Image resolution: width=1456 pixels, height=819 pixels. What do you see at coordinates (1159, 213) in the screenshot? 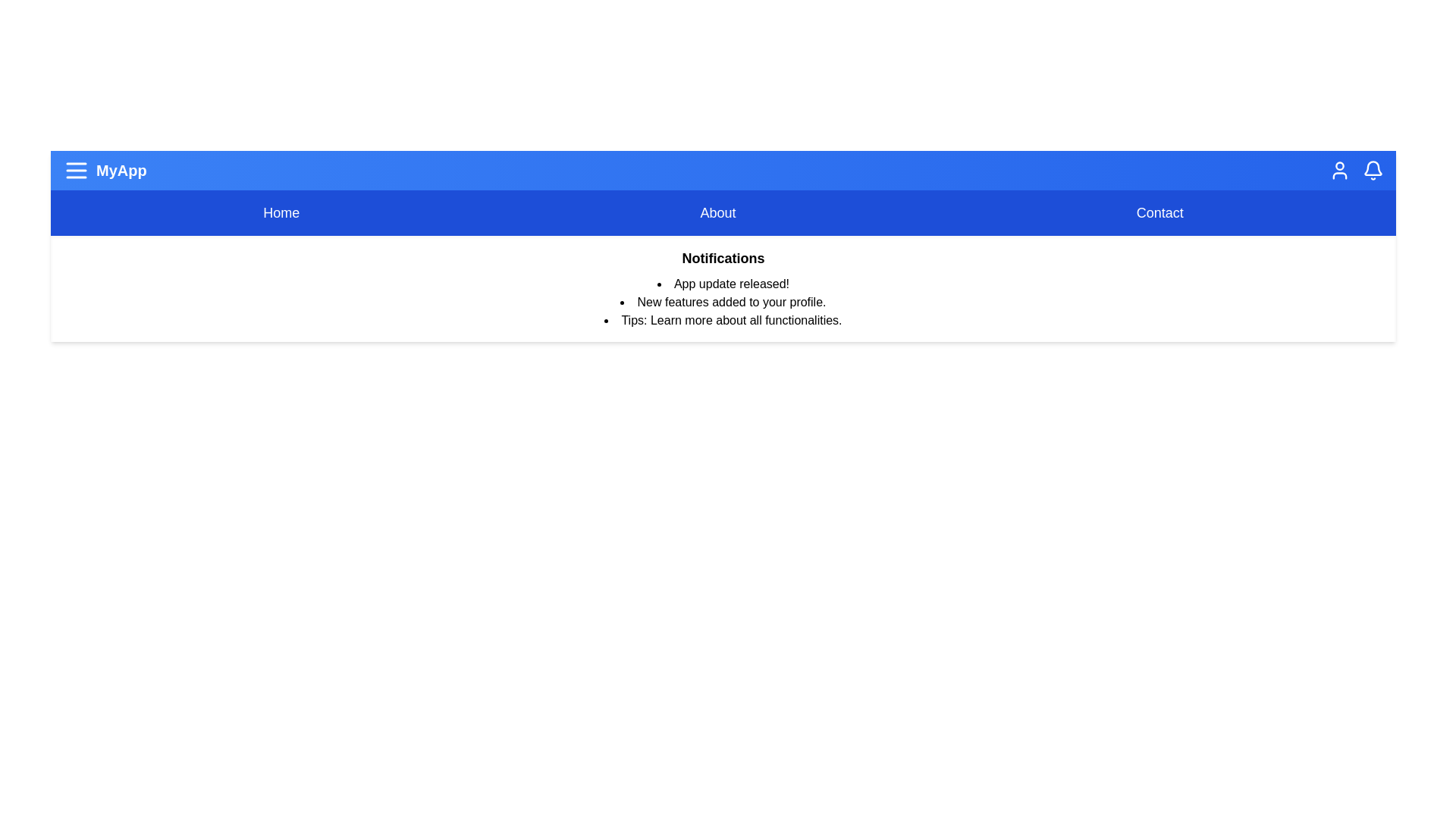
I see `the menu item to navigate to Contact` at bounding box center [1159, 213].